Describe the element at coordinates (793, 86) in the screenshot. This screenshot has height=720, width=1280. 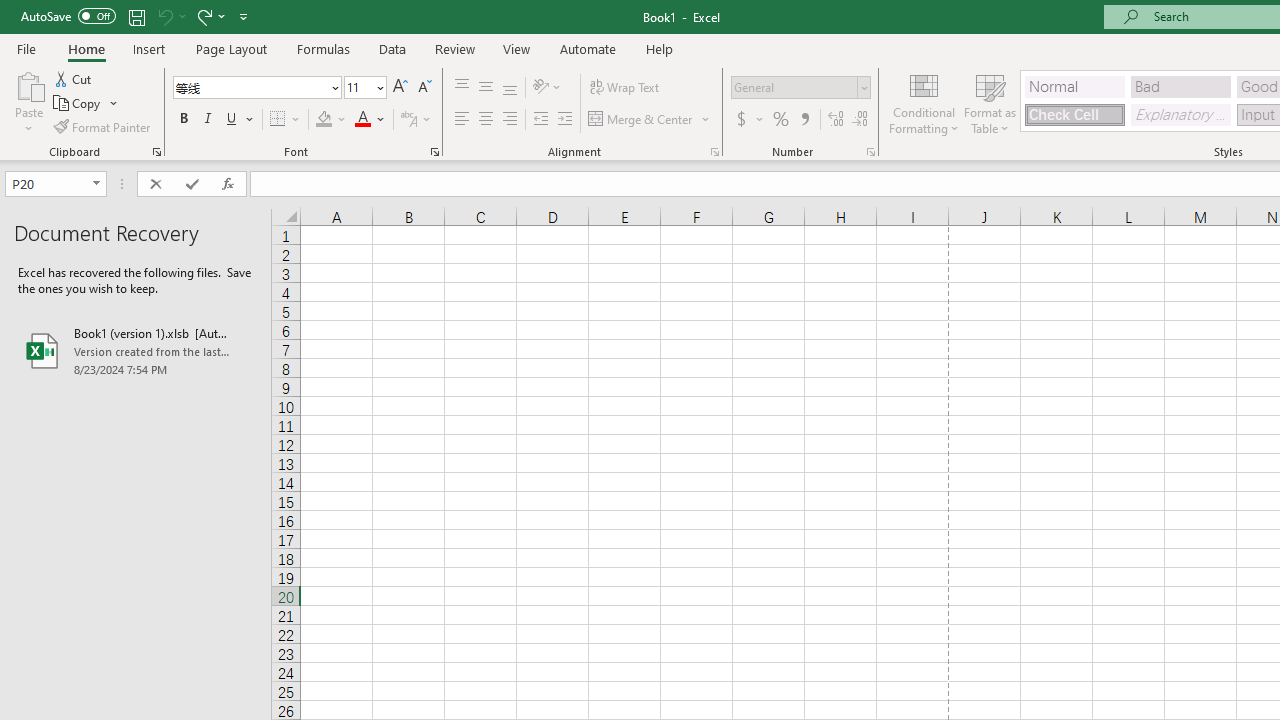
I see `'Number Format'` at that location.